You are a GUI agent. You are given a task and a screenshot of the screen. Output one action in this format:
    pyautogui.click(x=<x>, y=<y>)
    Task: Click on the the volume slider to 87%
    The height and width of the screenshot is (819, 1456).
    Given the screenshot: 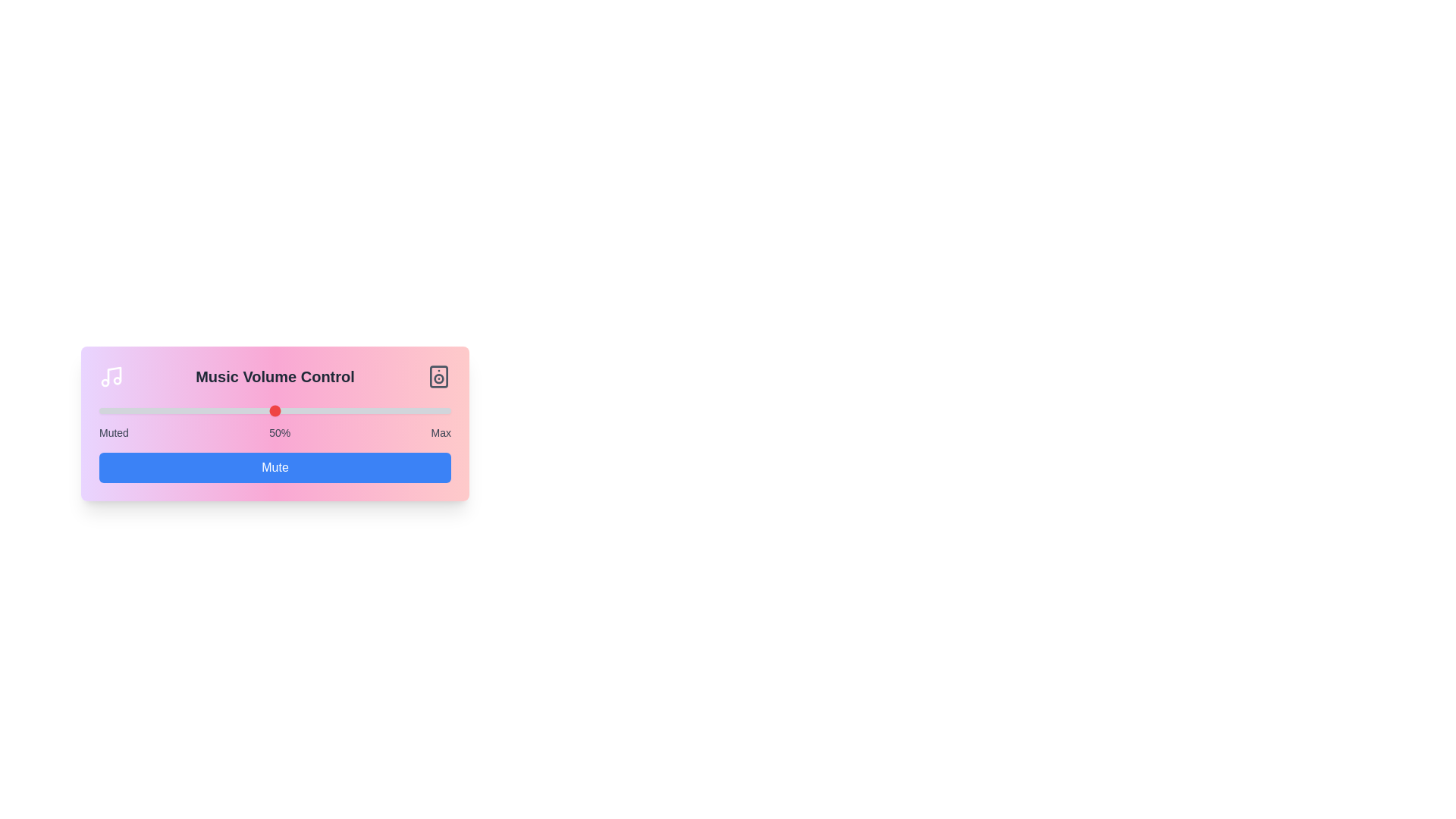 What is the action you would take?
    pyautogui.click(x=405, y=411)
    